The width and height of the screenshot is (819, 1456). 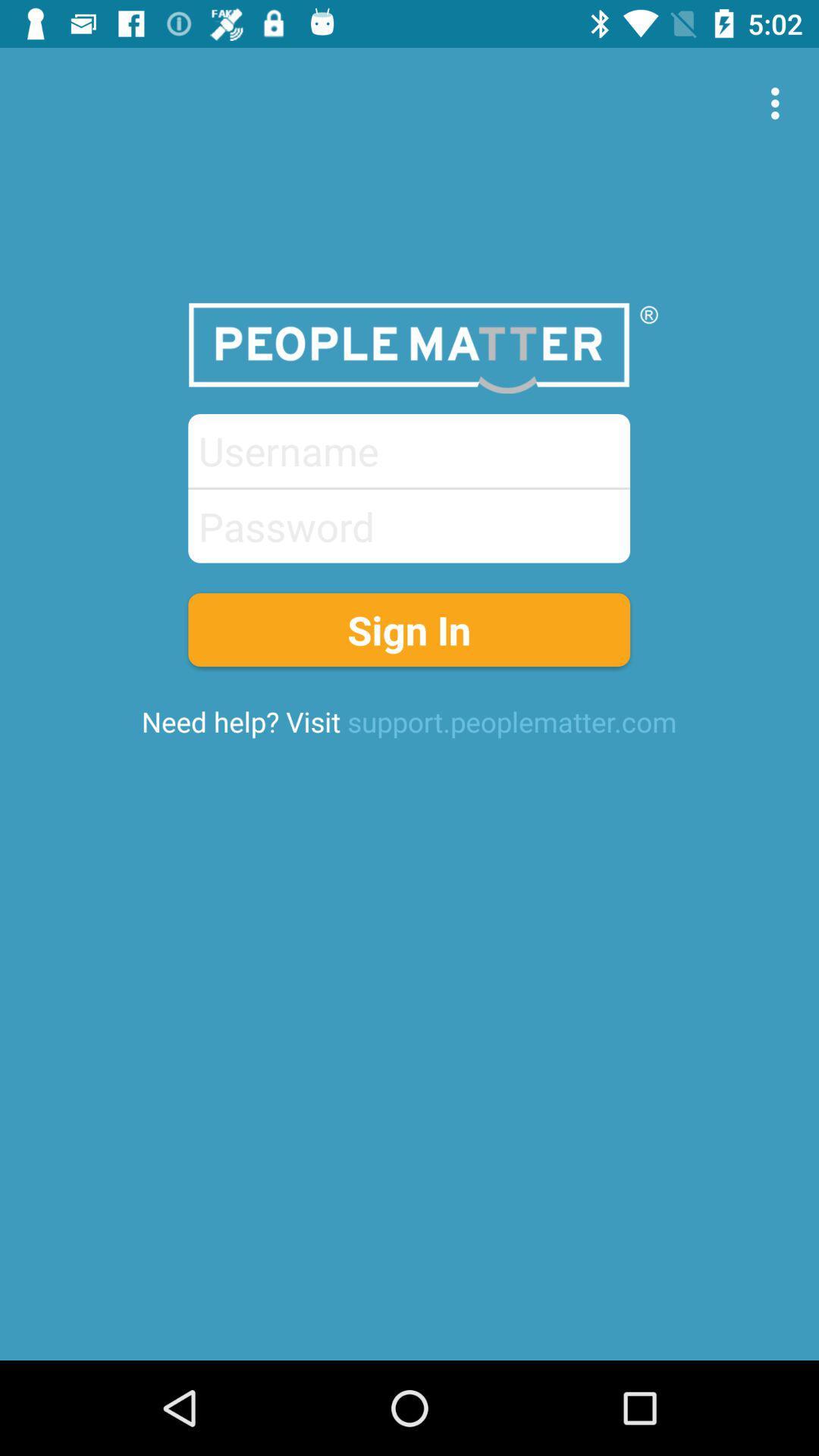 What do you see at coordinates (408, 720) in the screenshot?
I see `the need help visit icon` at bounding box center [408, 720].